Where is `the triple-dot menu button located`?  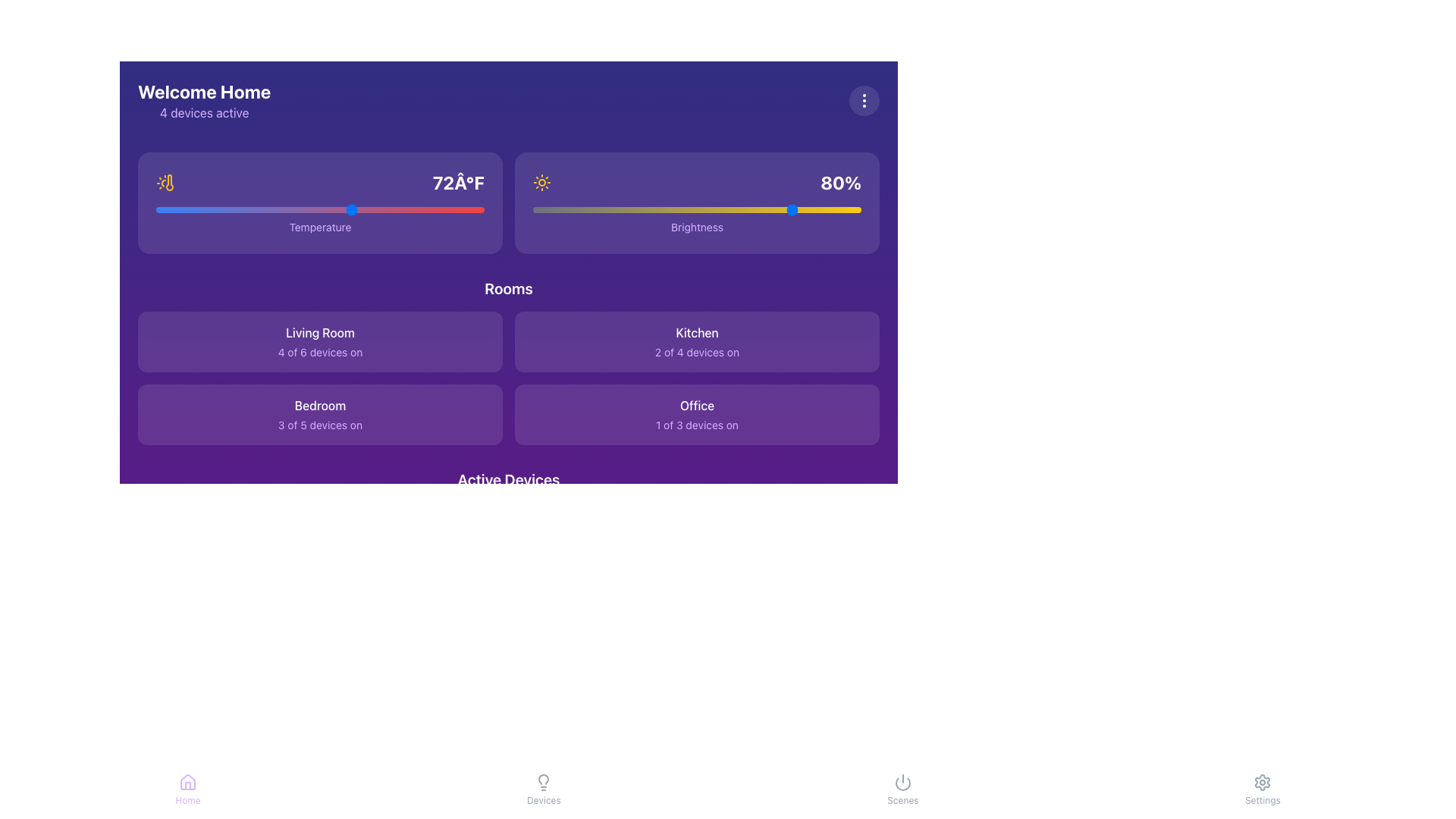 the triple-dot menu button located is located at coordinates (864, 100).